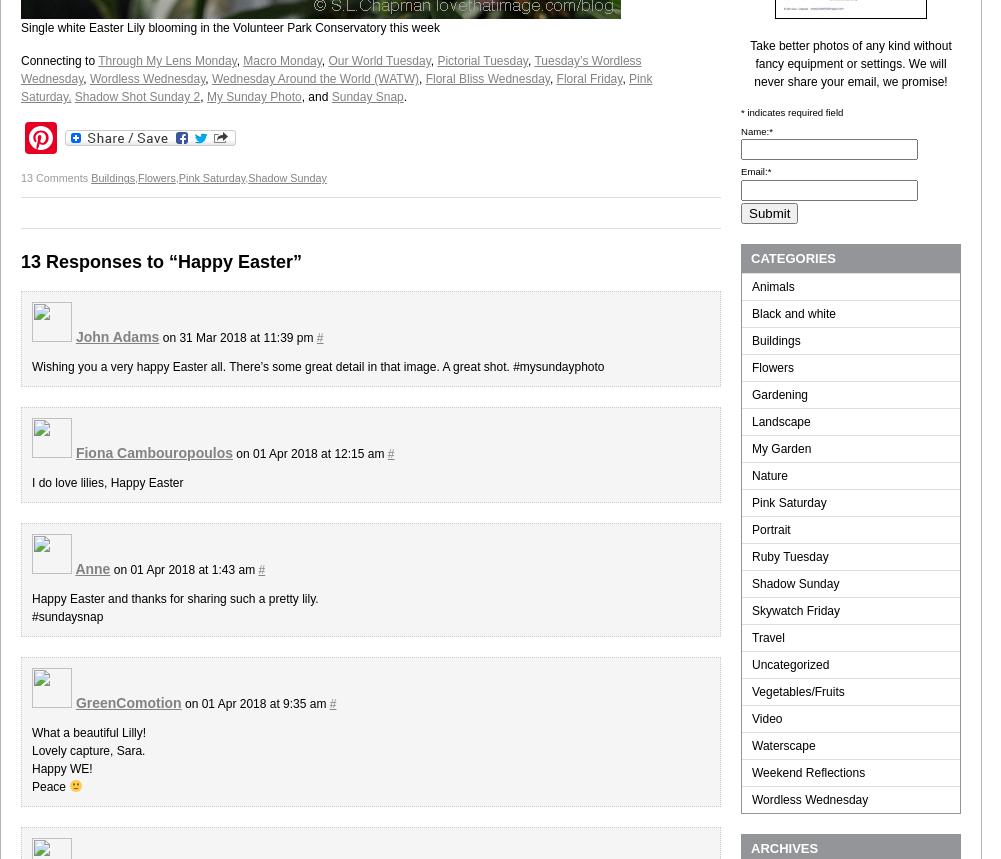 This screenshot has height=859, width=1001. I want to click on 'GreenComotion', so click(127, 703).